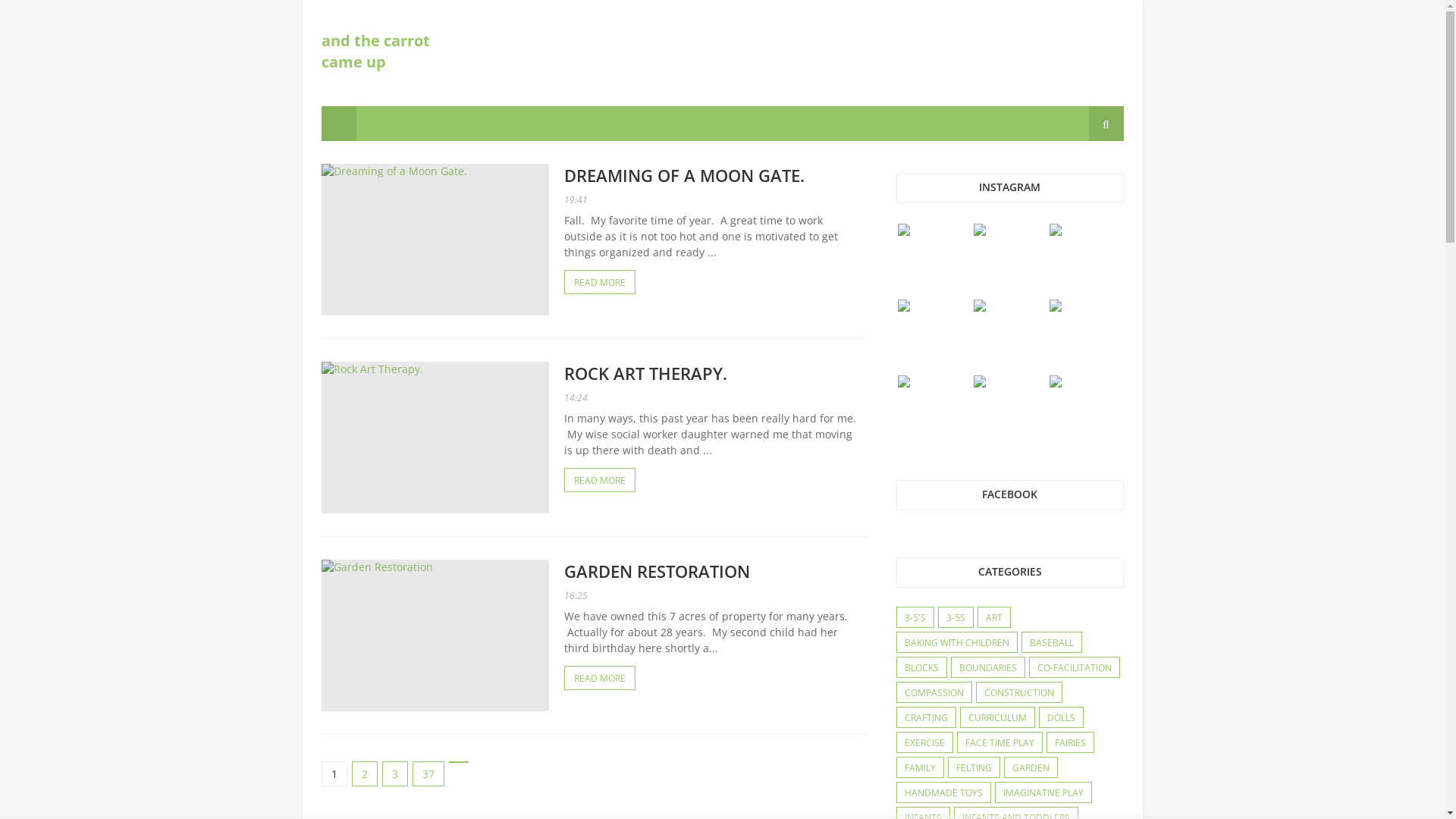 This screenshot has width=1456, height=819. What do you see at coordinates (599, 479) in the screenshot?
I see `'READ MORE'` at bounding box center [599, 479].